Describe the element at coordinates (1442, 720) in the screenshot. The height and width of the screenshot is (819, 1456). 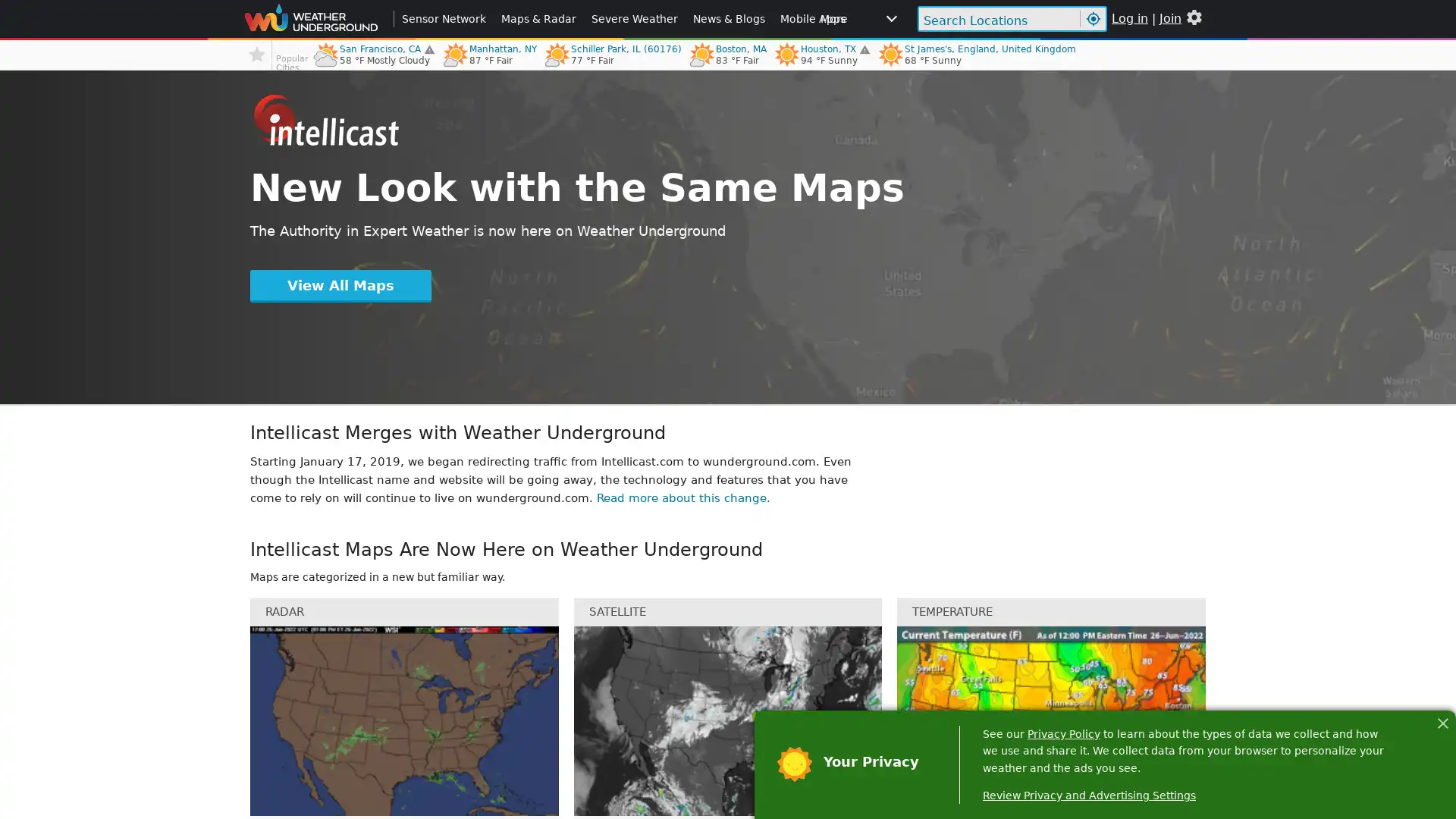
I see `close` at that location.